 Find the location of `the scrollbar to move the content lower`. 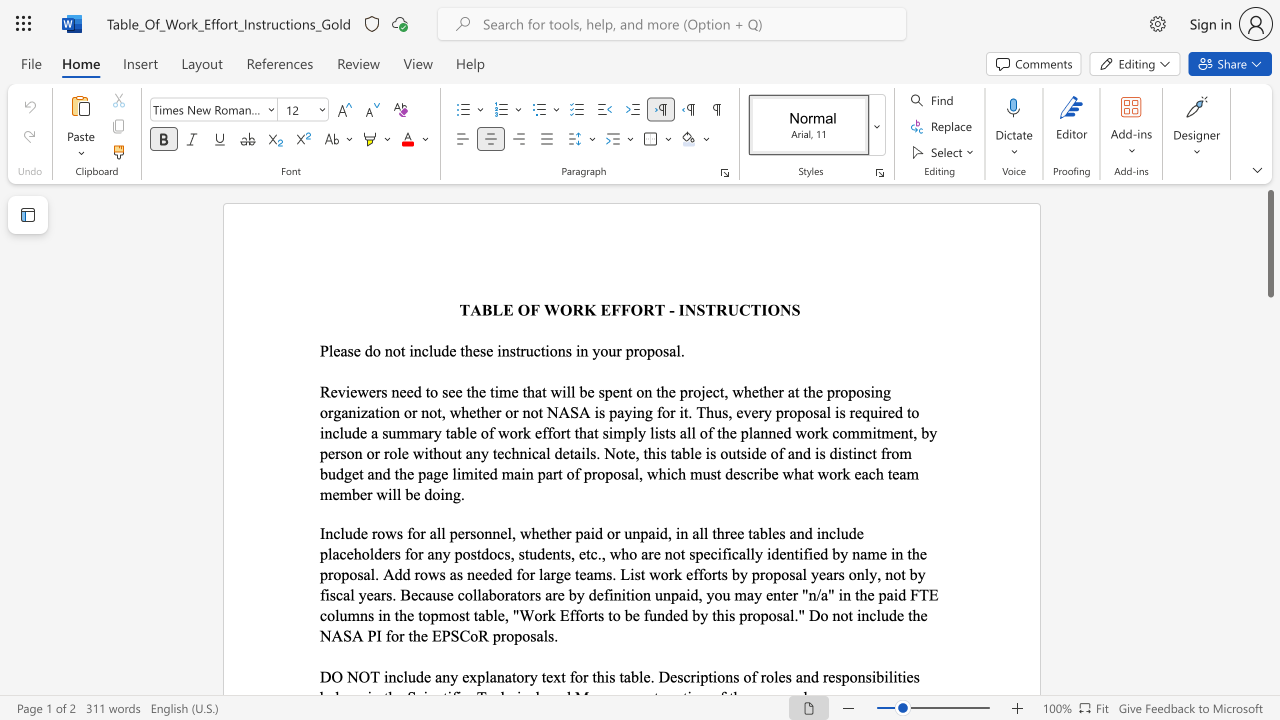

the scrollbar to move the content lower is located at coordinates (1269, 428).